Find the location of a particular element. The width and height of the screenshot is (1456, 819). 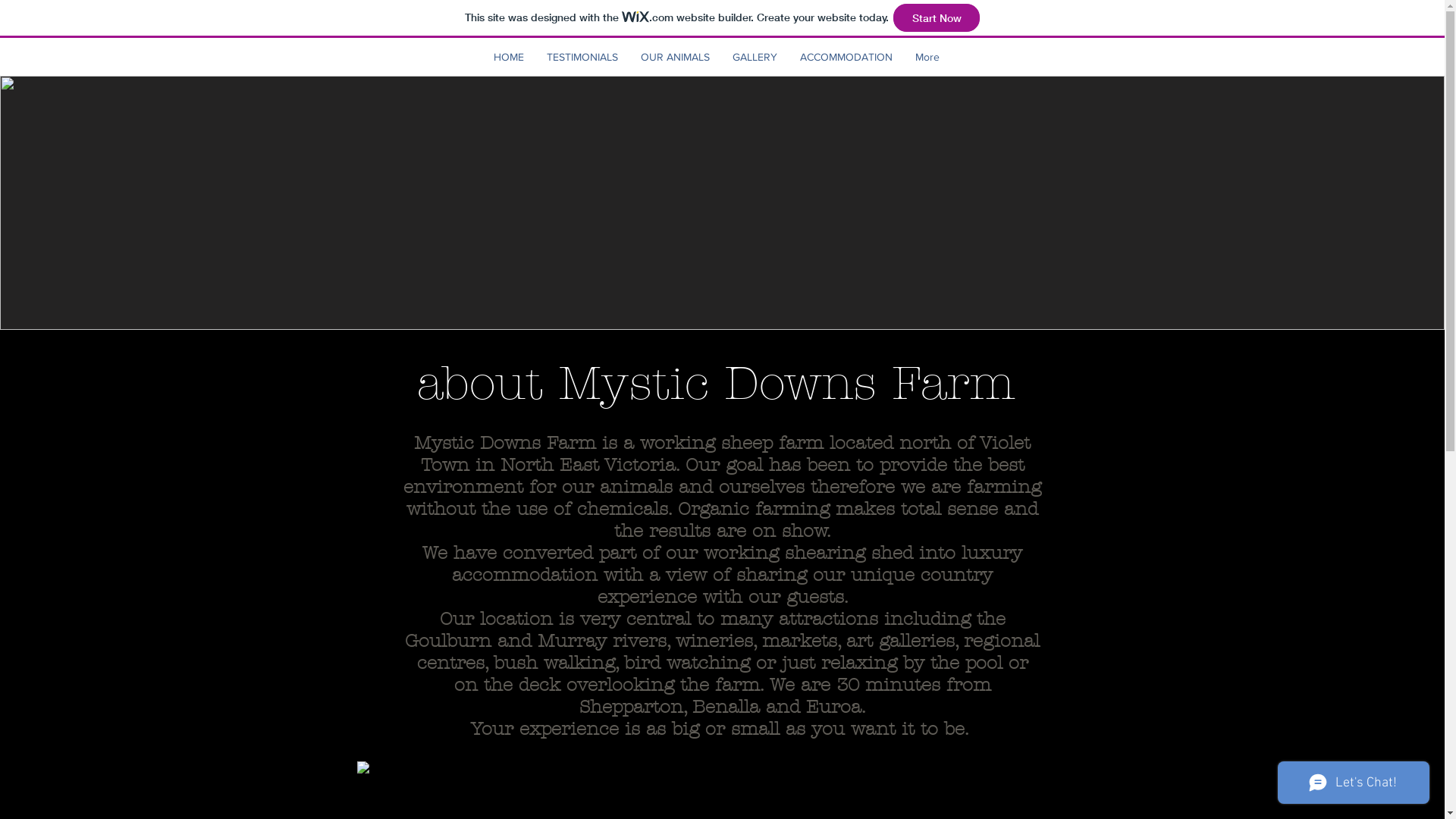

'ACCOMMODATION' is located at coordinates (789, 55).